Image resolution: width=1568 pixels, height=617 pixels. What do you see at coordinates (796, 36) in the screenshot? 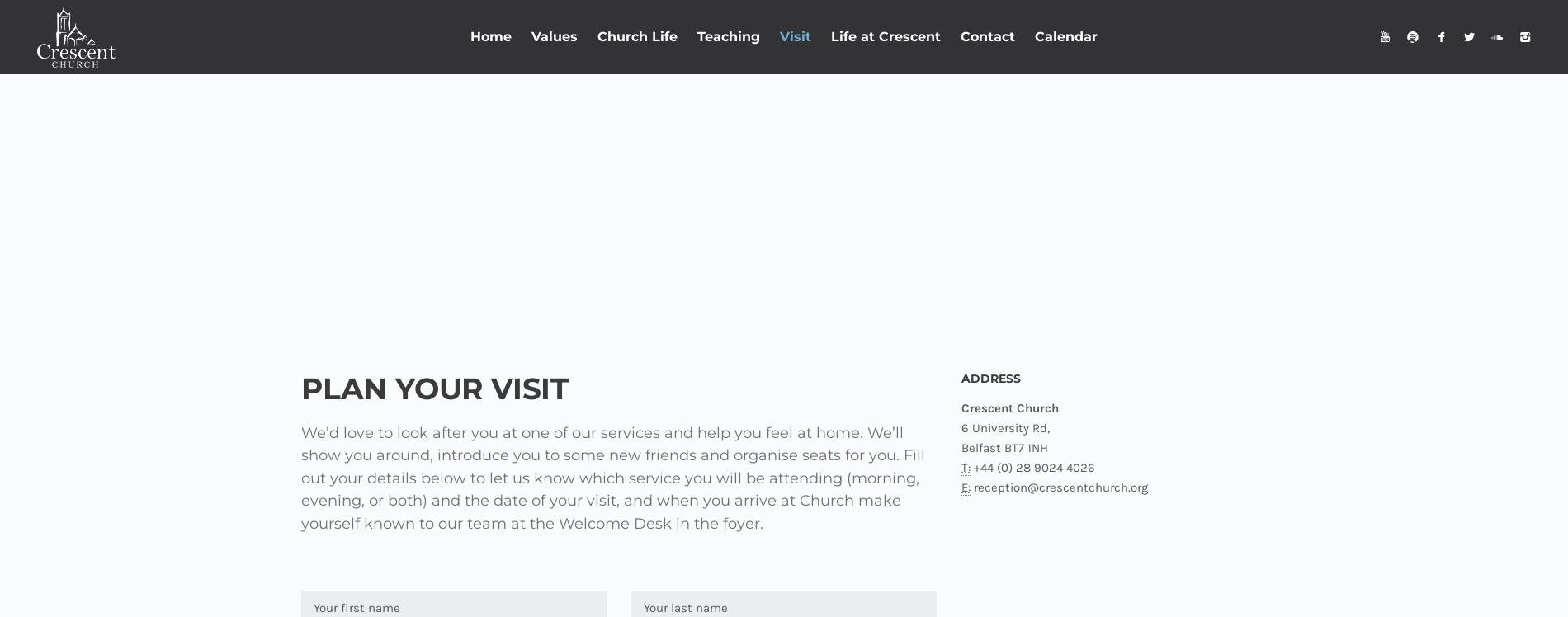
I see `'Visit'` at bounding box center [796, 36].